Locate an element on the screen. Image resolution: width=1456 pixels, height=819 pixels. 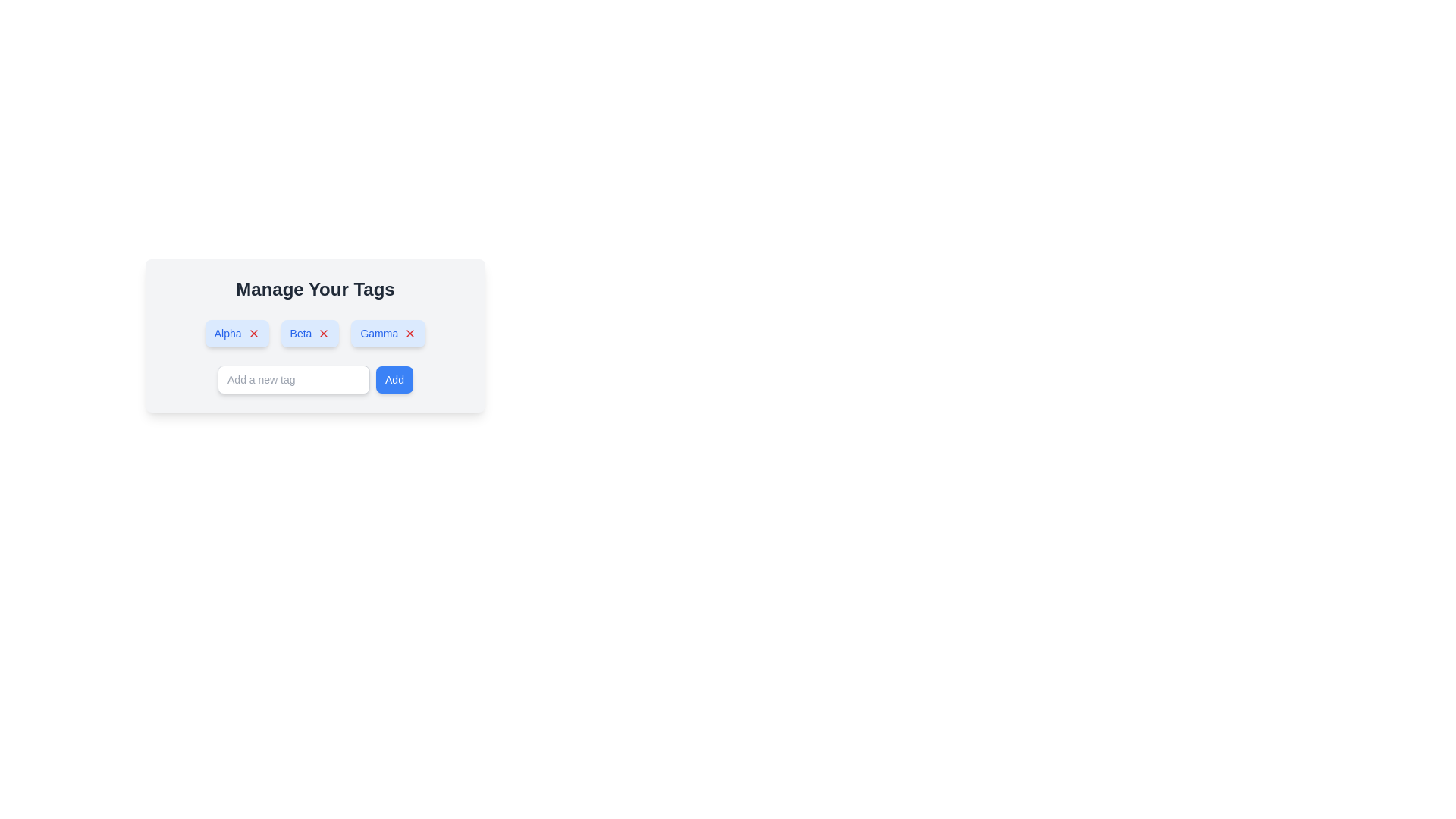
the text input field for adding a new tag, located immediately to the left of the blue 'Add' button is located at coordinates (293, 379).